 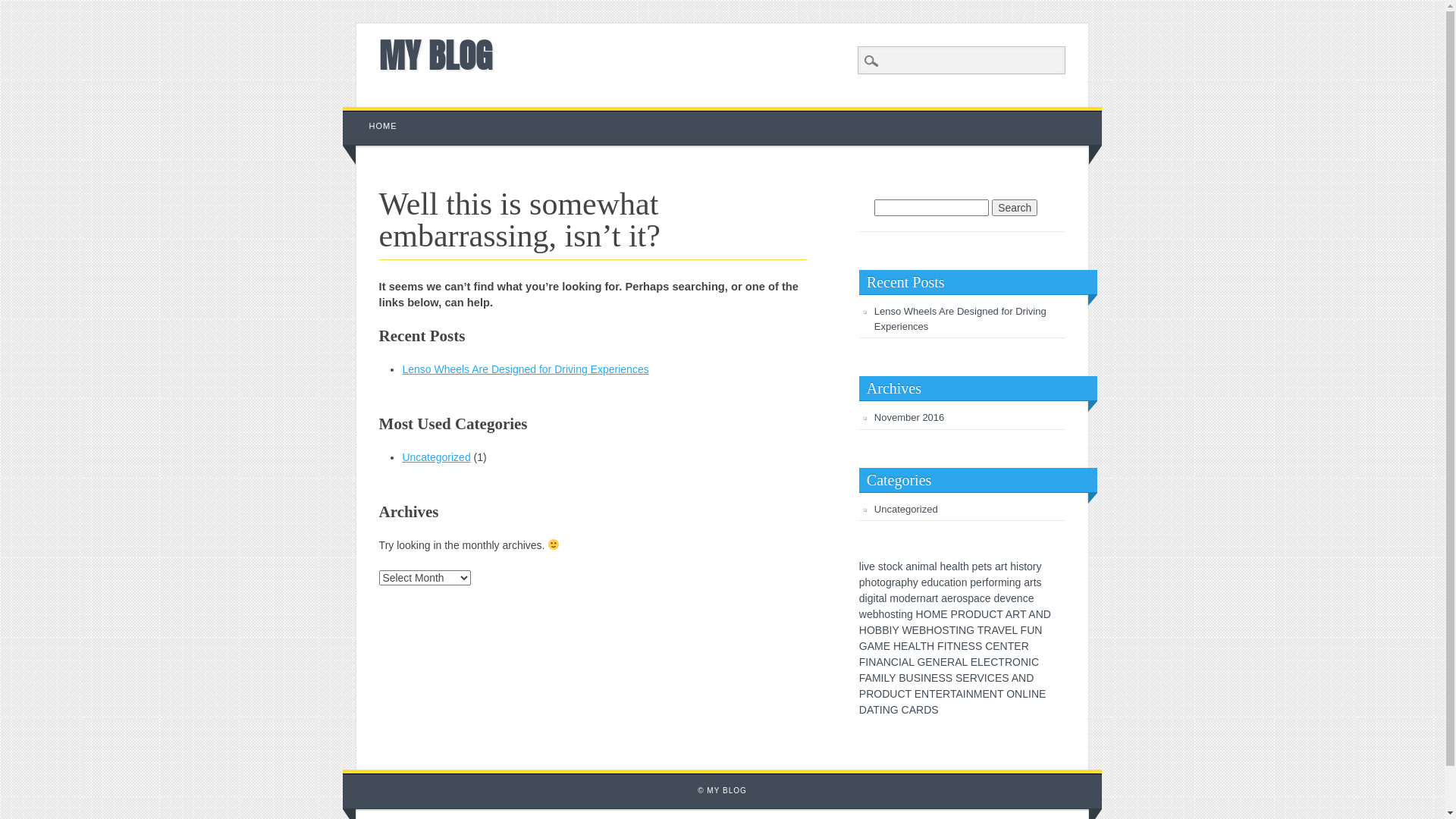 What do you see at coordinates (1018, 693) in the screenshot?
I see `'N'` at bounding box center [1018, 693].